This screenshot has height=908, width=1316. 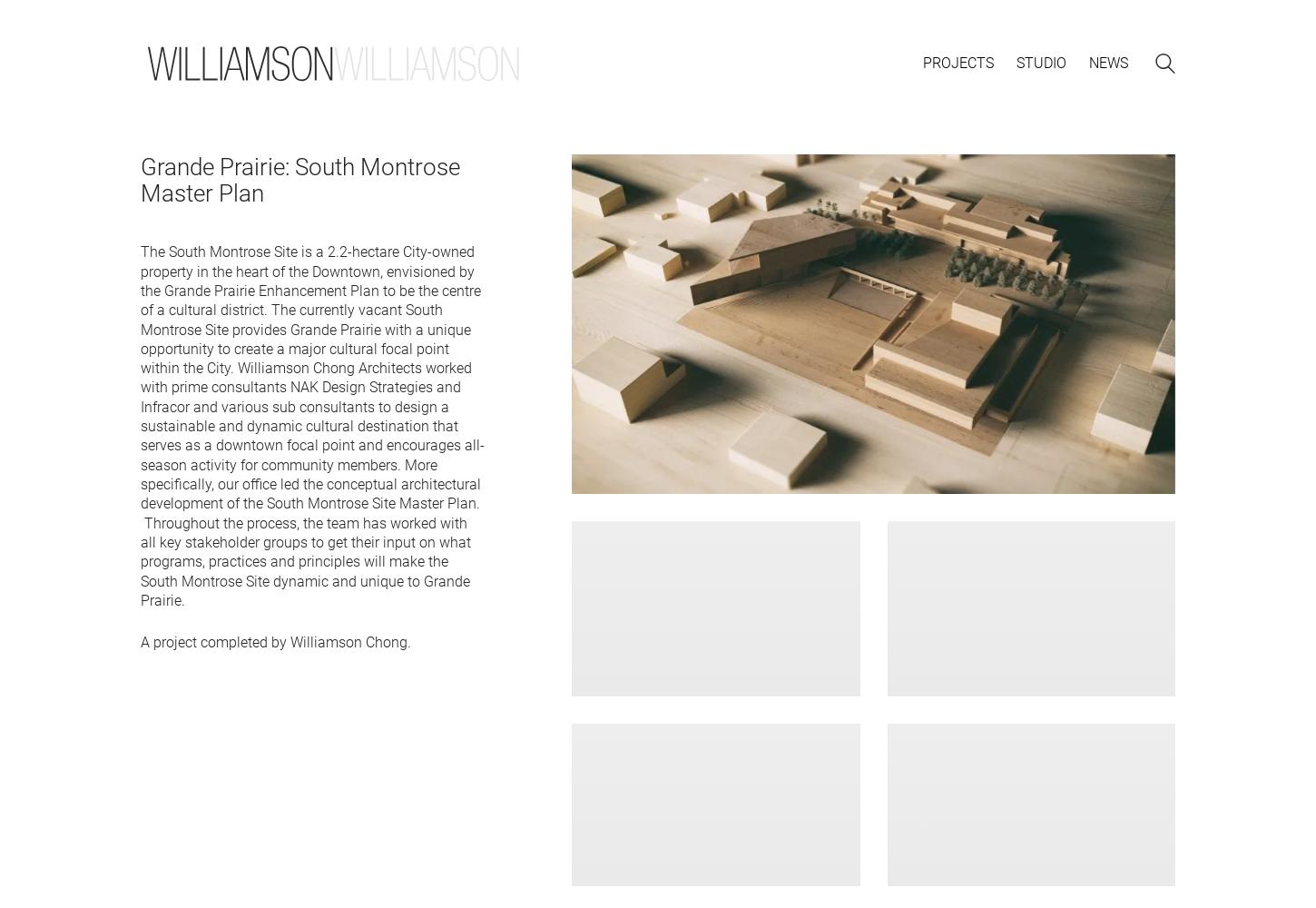 What do you see at coordinates (1038, 62) in the screenshot?
I see `'i'` at bounding box center [1038, 62].